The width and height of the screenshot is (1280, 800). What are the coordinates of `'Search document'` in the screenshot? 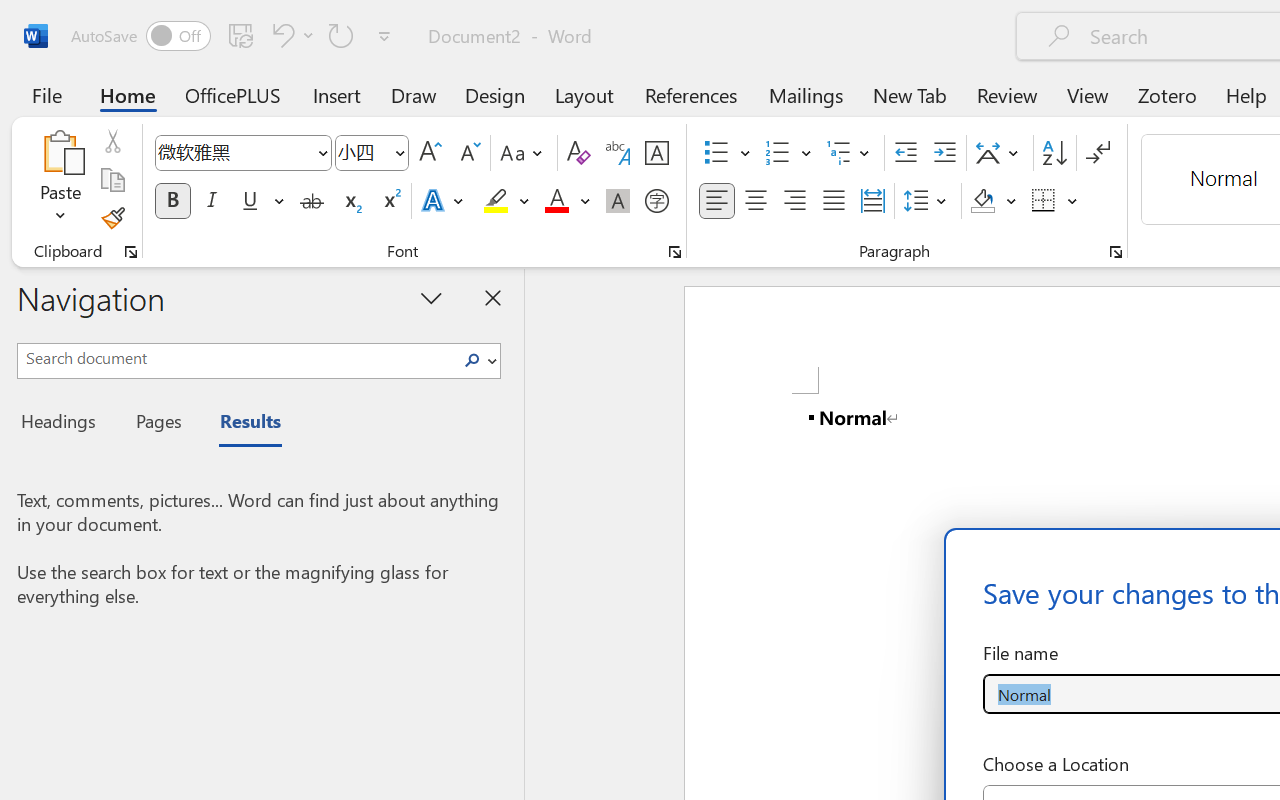 It's located at (237, 358).